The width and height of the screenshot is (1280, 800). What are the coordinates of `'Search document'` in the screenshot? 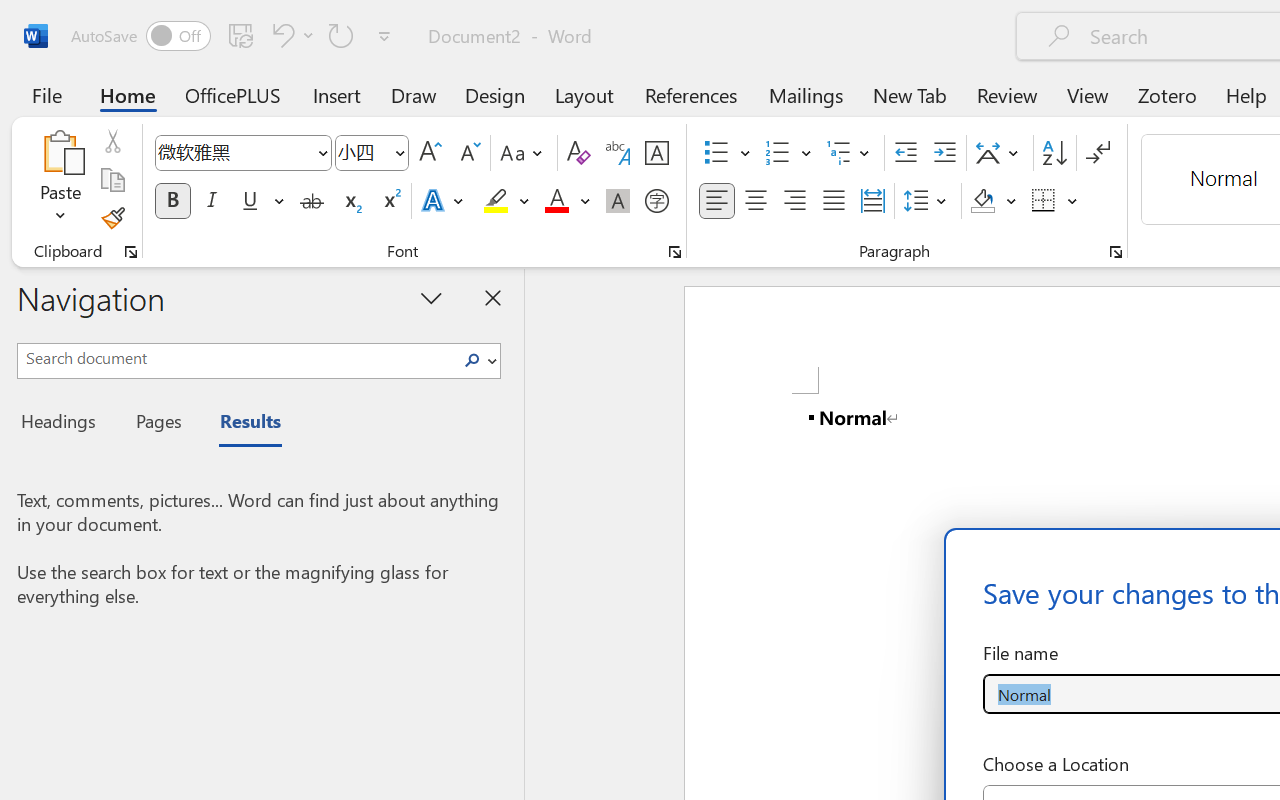 It's located at (237, 358).